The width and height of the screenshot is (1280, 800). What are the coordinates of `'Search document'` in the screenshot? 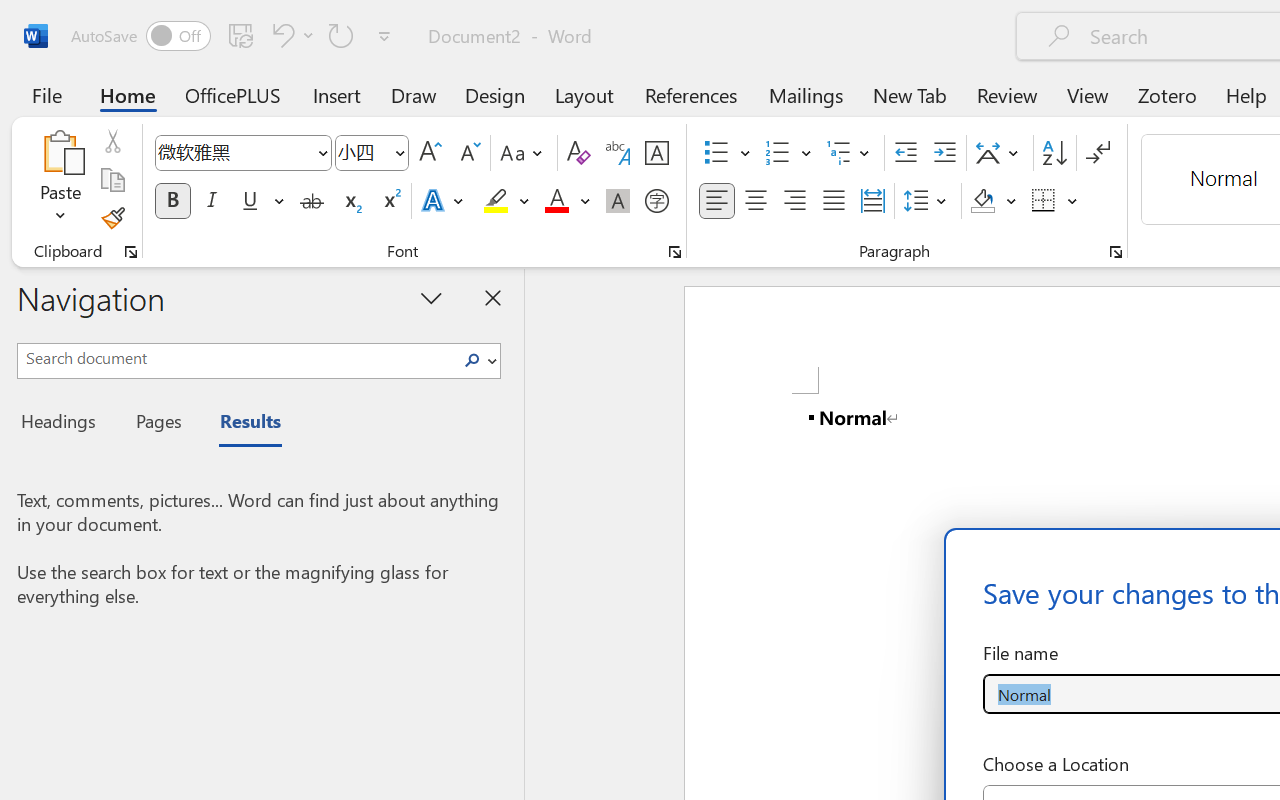 It's located at (237, 358).